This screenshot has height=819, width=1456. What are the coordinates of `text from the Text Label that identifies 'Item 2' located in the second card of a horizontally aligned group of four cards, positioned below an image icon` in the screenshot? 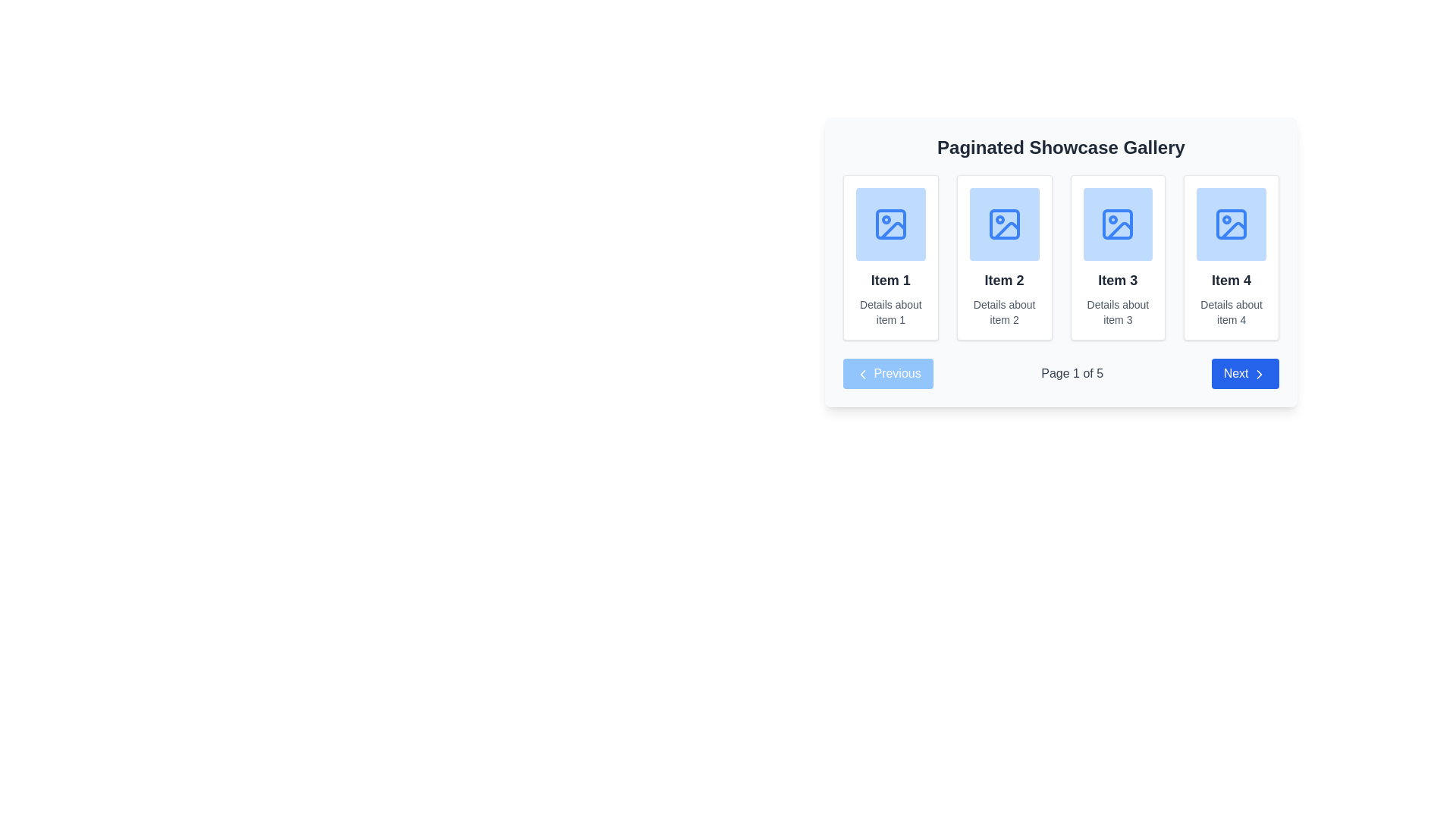 It's located at (1004, 281).